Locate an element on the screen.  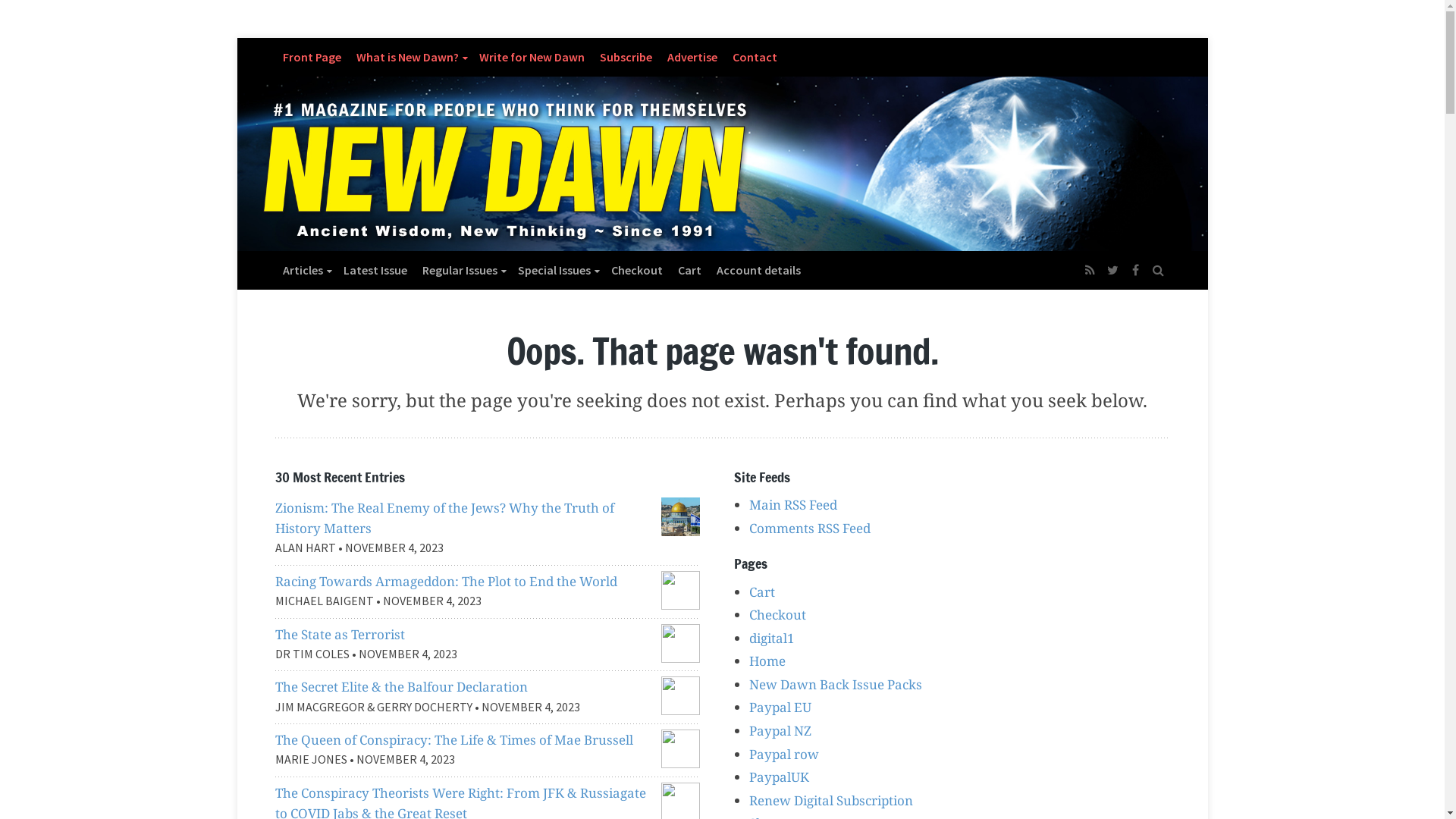
'Regular Issues' is located at coordinates (414, 268).